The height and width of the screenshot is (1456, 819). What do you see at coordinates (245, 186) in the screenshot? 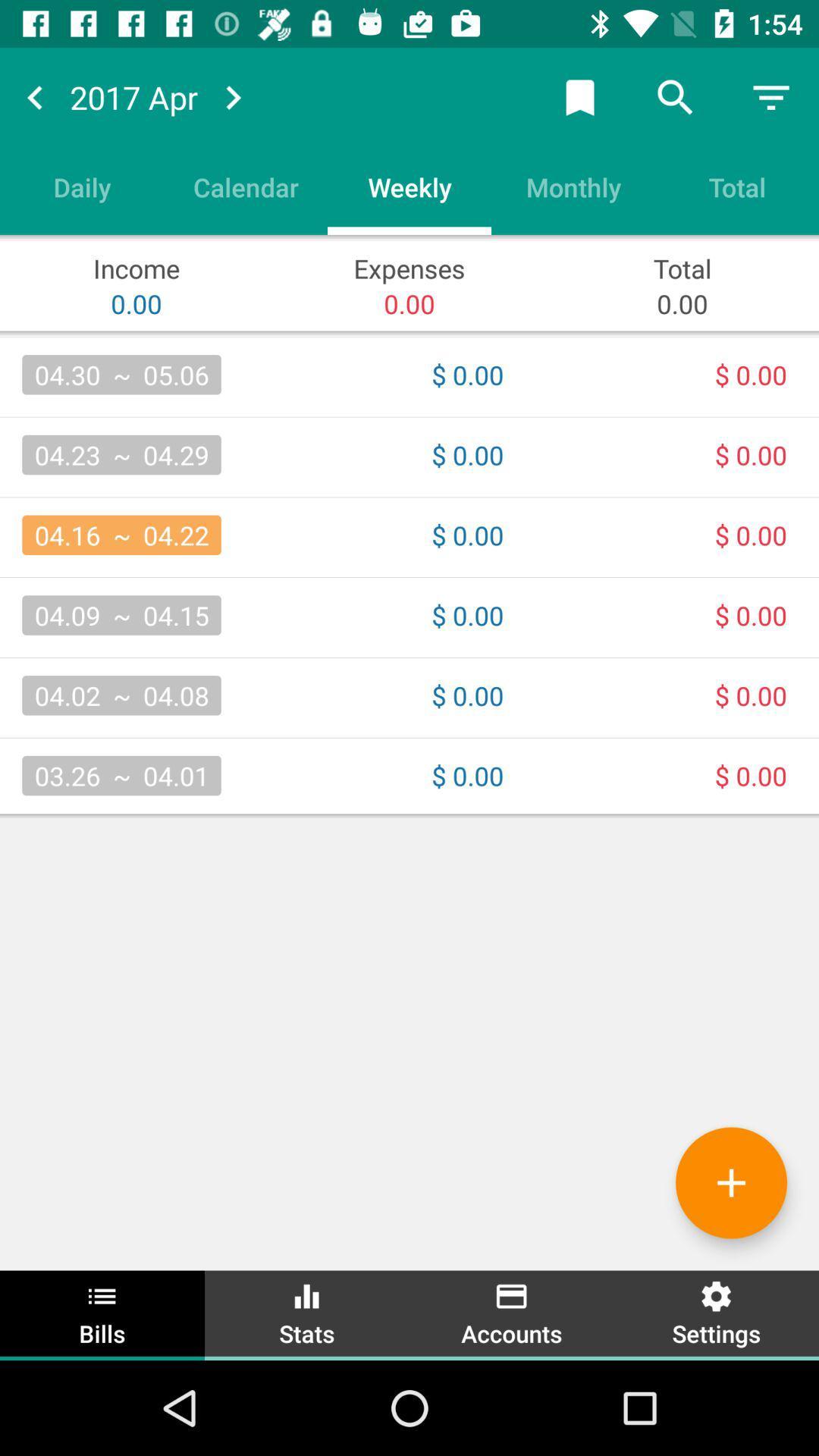
I see `the item to the right of daily icon` at bounding box center [245, 186].